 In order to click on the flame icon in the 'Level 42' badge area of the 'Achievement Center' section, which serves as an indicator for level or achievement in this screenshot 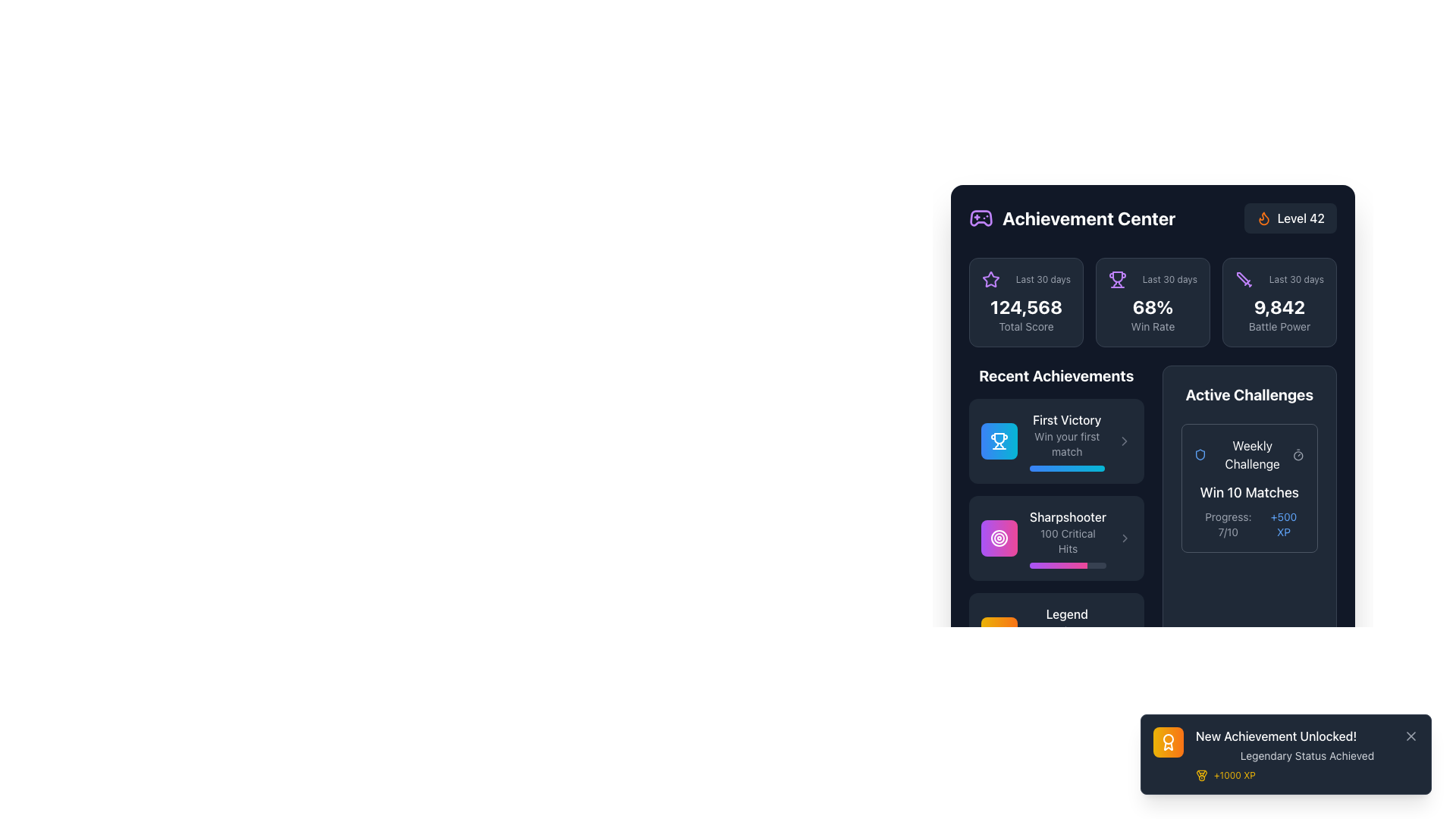, I will do `click(1263, 218)`.